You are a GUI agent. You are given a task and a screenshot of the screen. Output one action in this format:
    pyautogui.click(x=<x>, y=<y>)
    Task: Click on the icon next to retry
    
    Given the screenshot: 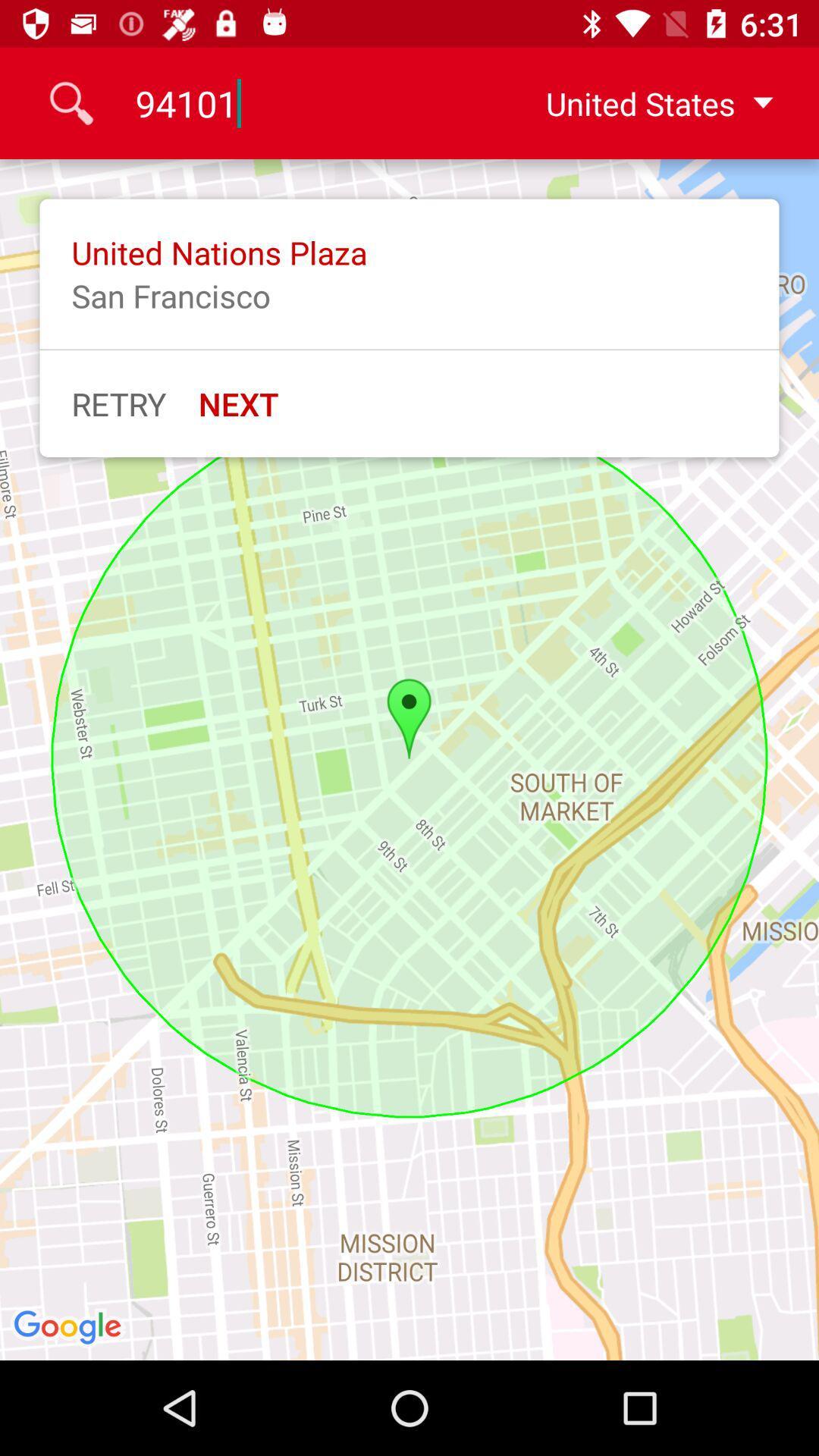 What is the action you would take?
    pyautogui.click(x=238, y=403)
    